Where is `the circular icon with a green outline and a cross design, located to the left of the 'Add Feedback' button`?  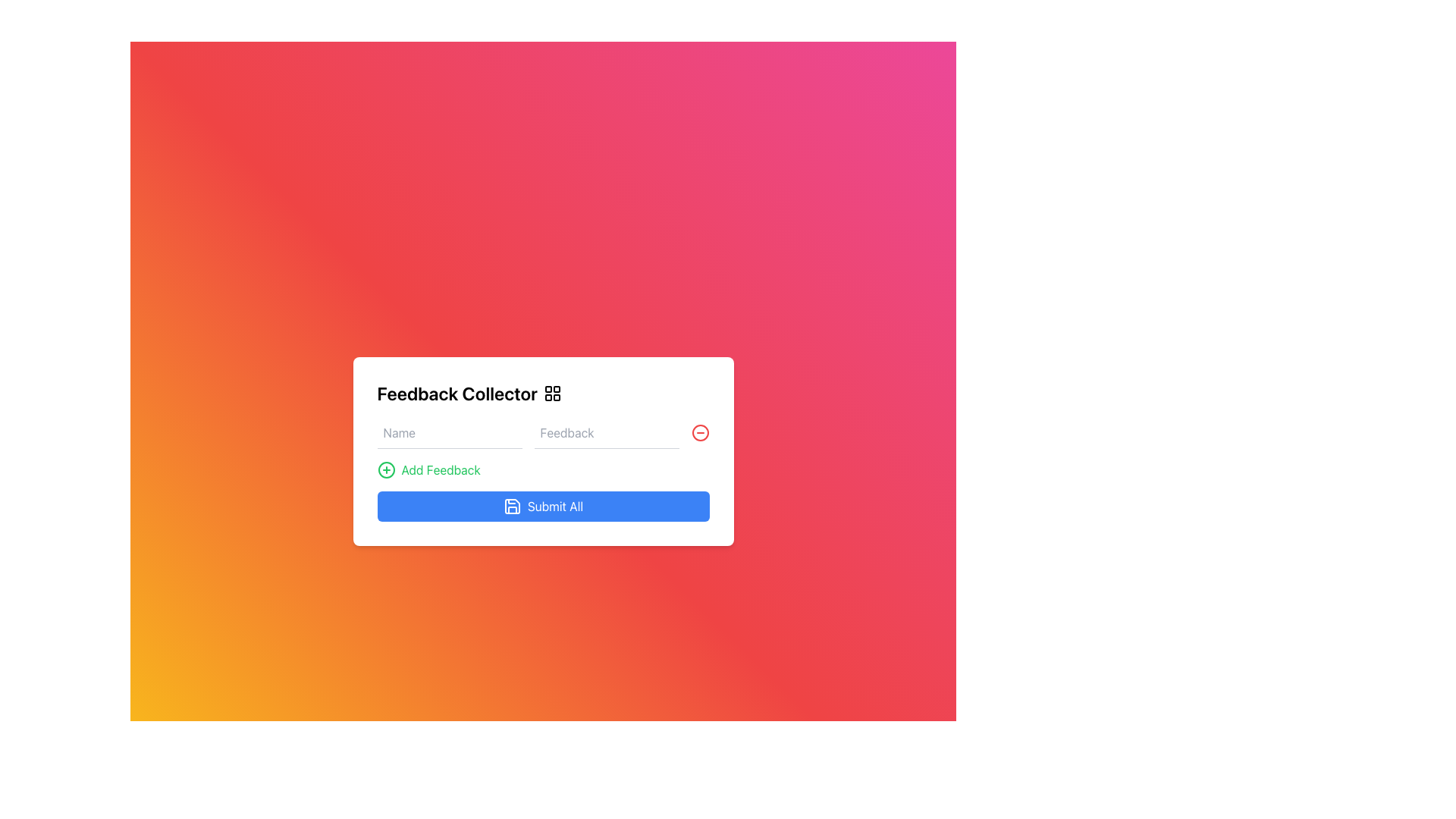 the circular icon with a green outline and a cross design, located to the left of the 'Add Feedback' button is located at coordinates (386, 469).